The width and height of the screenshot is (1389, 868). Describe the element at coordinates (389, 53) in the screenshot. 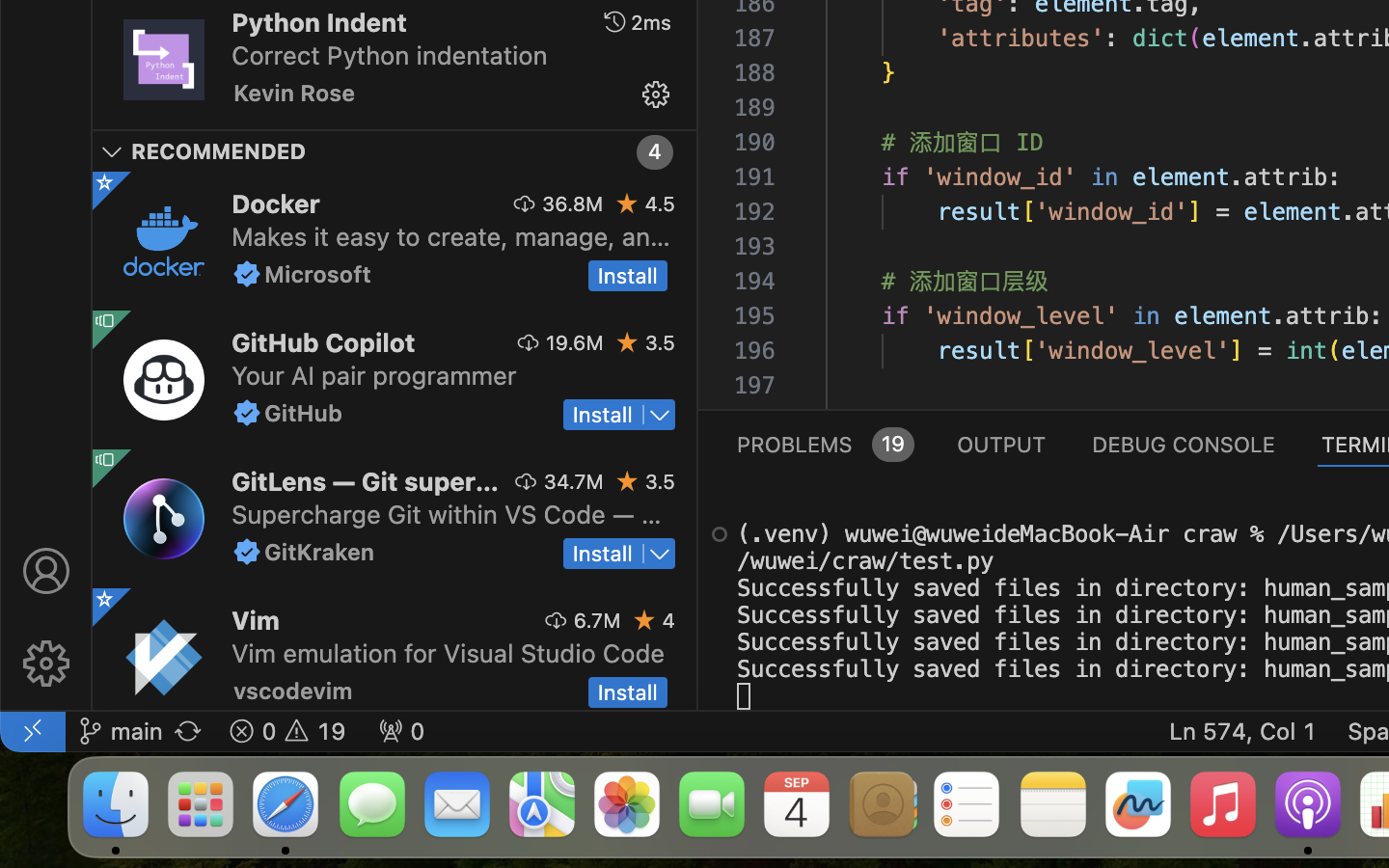

I see `'Correct Python indentation'` at that location.